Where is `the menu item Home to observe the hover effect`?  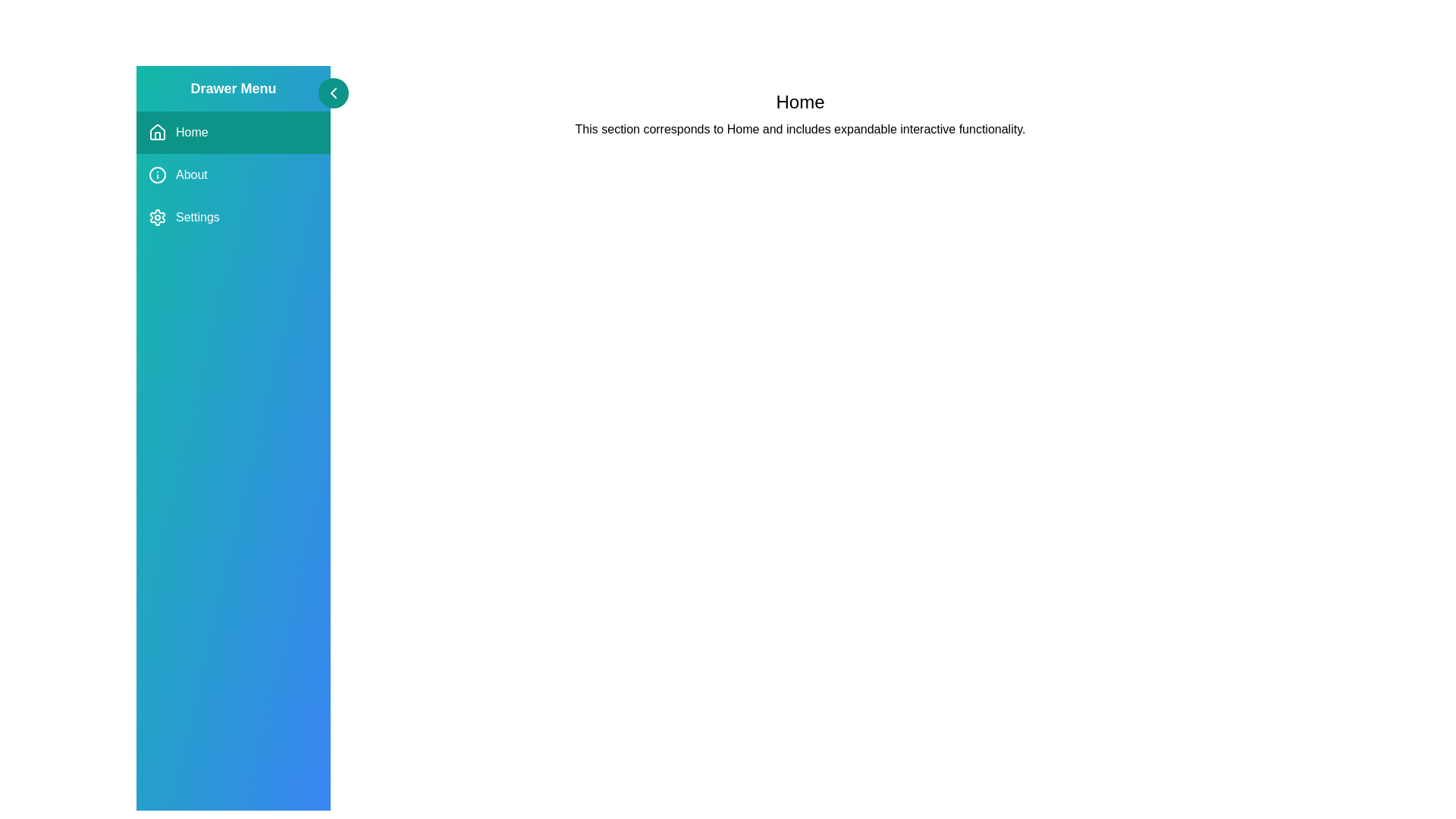
the menu item Home to observe the hover effect is located at coordinates (232, 131).